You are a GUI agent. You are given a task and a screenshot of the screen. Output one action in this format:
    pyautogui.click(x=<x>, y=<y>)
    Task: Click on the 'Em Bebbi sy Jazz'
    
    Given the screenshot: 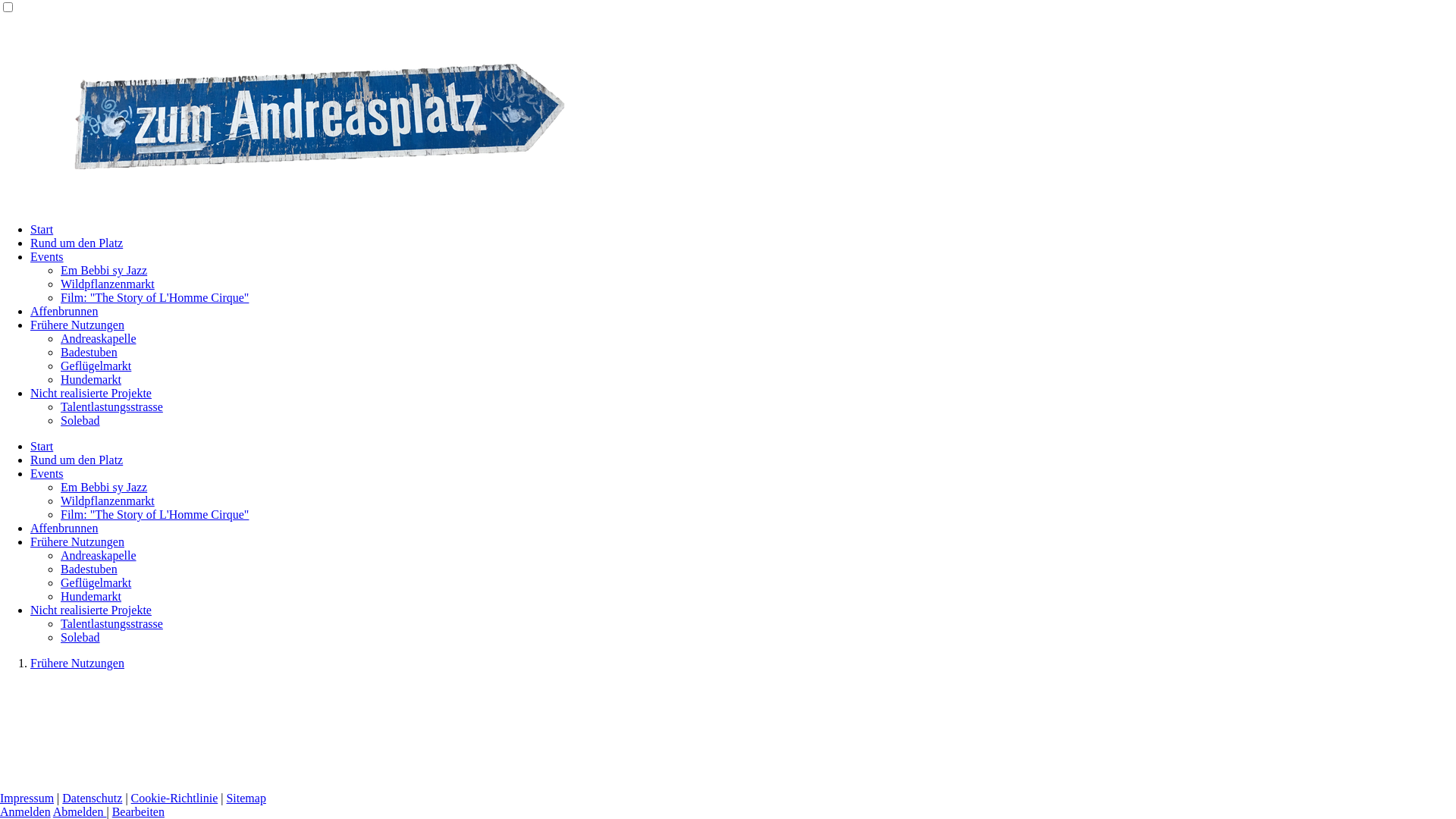 What is the action you would take?
    pyautogui.click(x=103, y=269)
    